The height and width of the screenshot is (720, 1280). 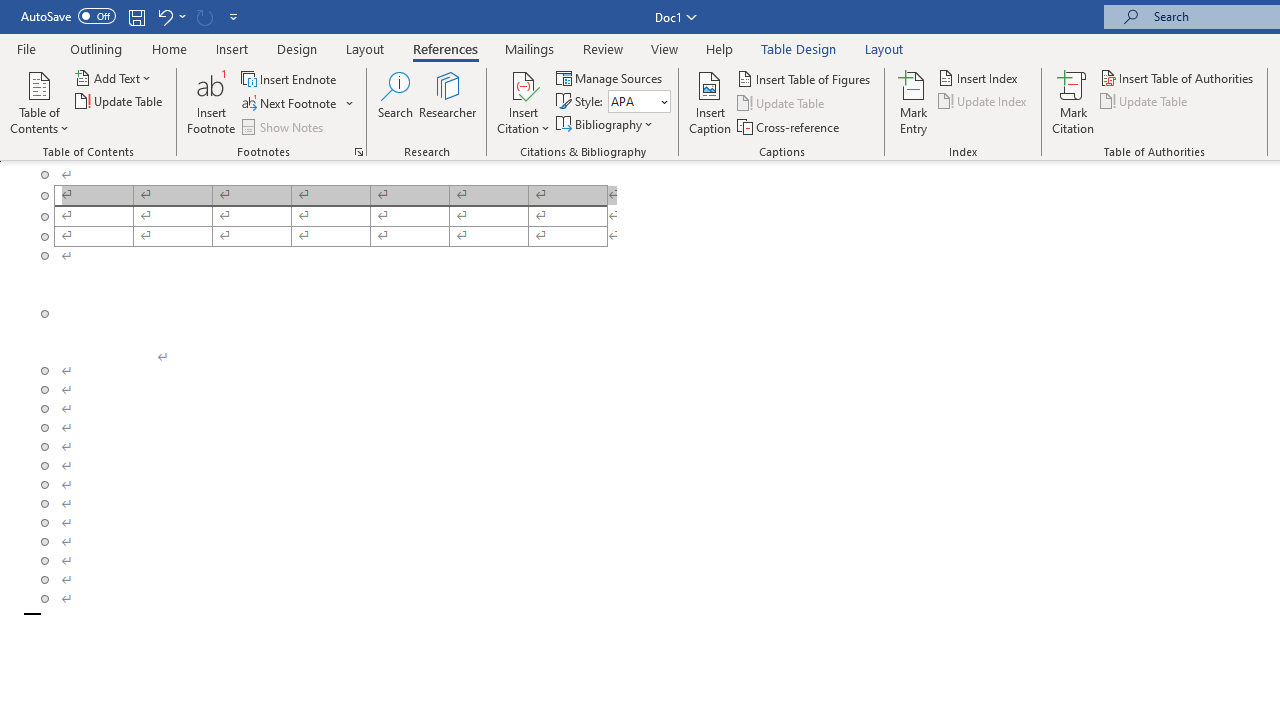 I want to click on 'Insert Footnote', so click(x=211, y=103).